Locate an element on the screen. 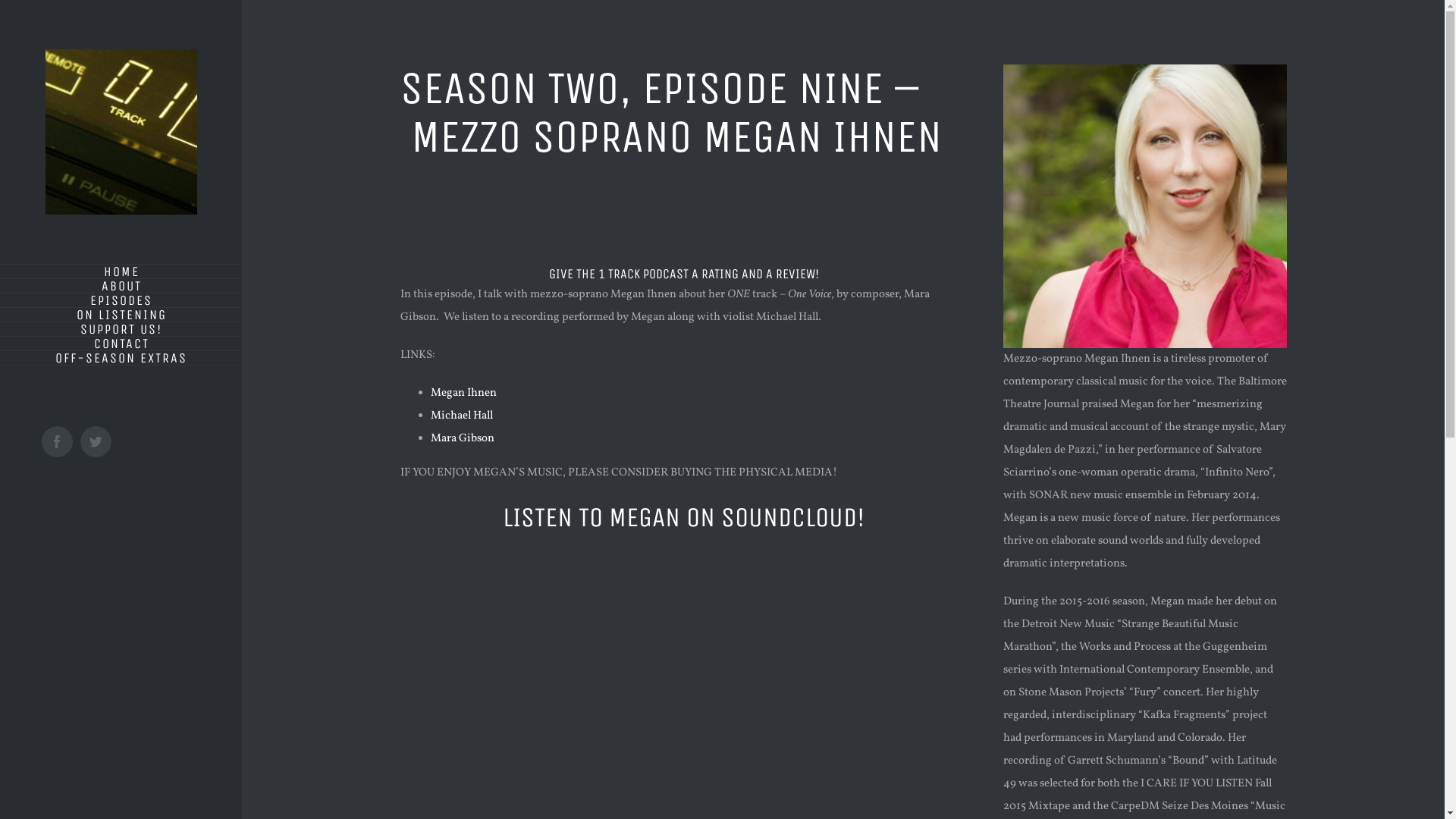 The width and height of the screenshot is (1456, 819). 'ON LISTENING' is located at coordinates (120, 314).